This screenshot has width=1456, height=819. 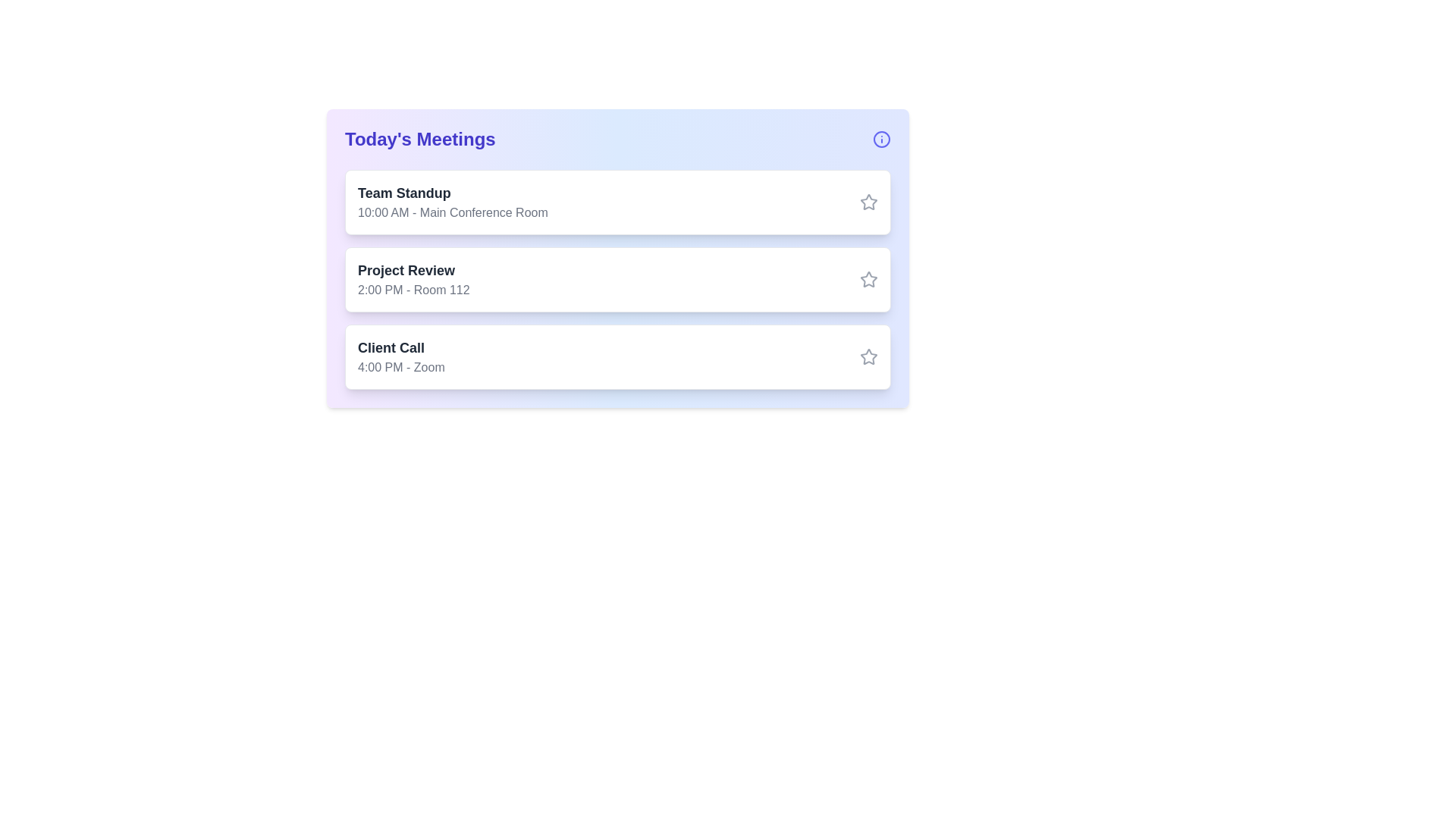 What do you see at coordinates (401, 368) in the screenshot?
I see `the text element displaying '4:00 PM - Zoom' in gray font, located beneath the 'Client Call' header in the meeting schedule card` at bounding box center [401, 368].